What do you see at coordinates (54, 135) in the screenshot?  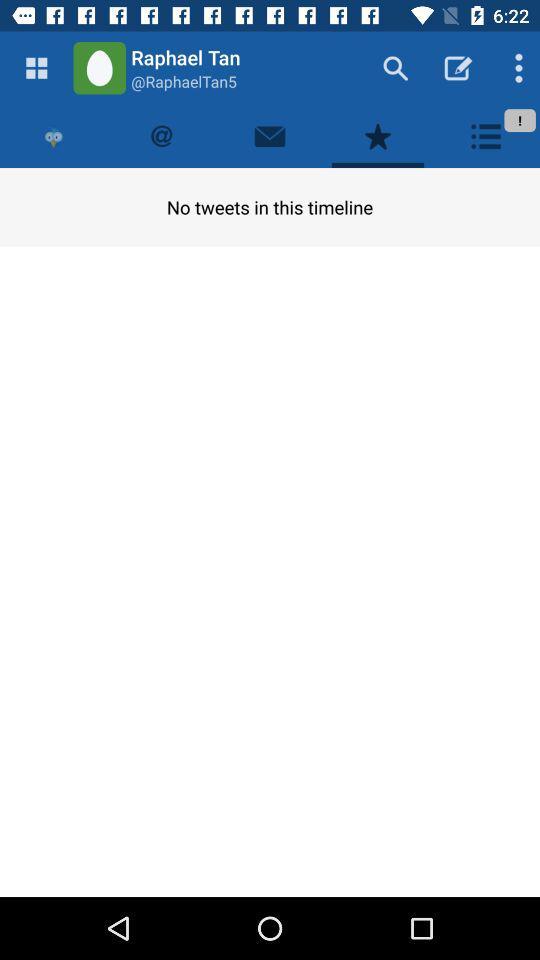 I see `icon above no tweets in` at bounding box center [54, 135].